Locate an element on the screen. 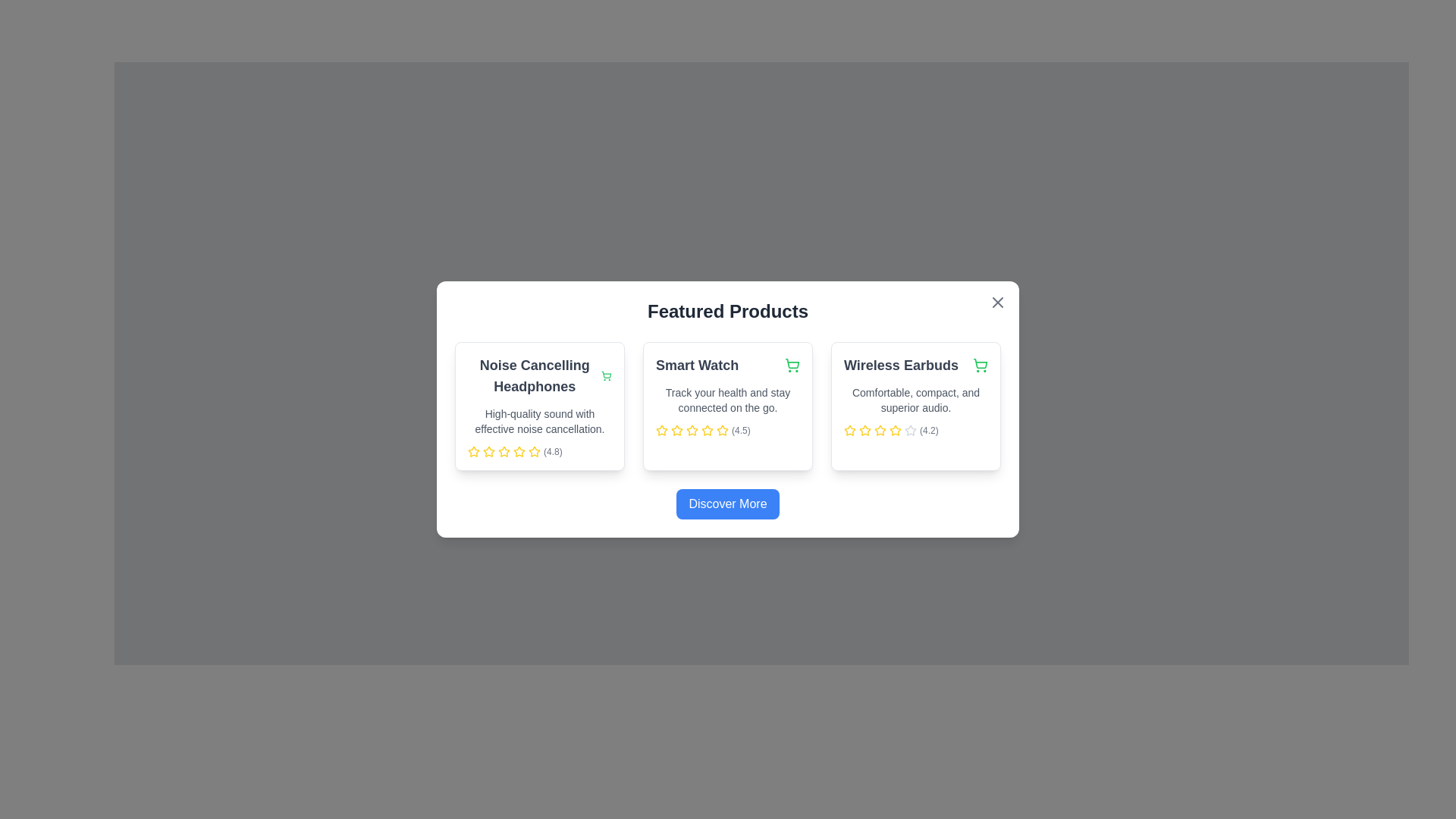 The width and height of the screenshot is (1456, 819). text block that reads 'High-quality sound with effective noise cancellation.' located within the product display card for 'Noise Cancelling Headphones.' is located at coordinates (539, 421).